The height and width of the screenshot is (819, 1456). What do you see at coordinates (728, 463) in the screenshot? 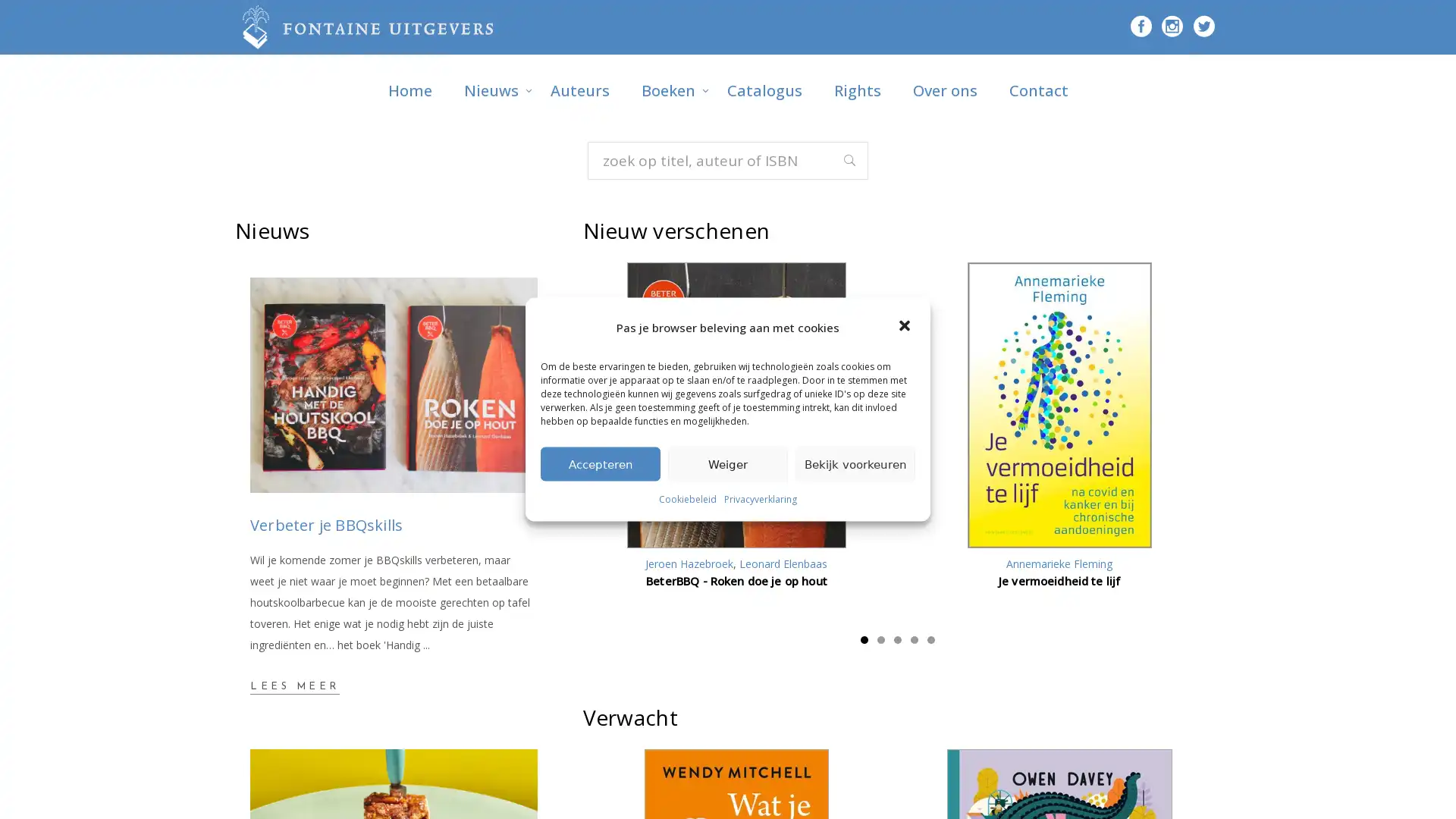
I see `Weiger` at bounding box center [728, 463].